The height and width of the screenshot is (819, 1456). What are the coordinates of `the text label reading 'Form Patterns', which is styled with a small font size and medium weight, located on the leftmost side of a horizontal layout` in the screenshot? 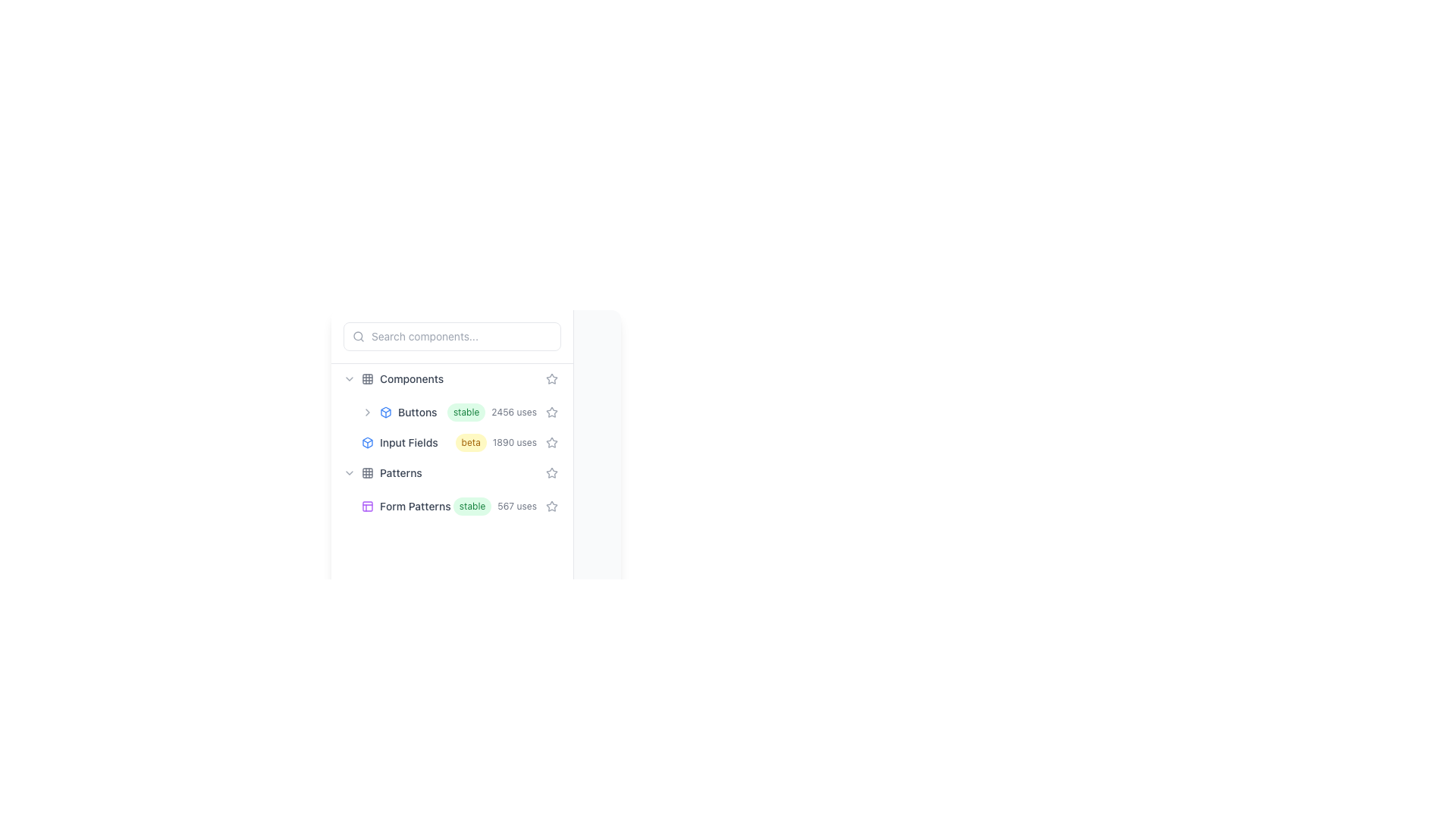 It's located at (407, 506).